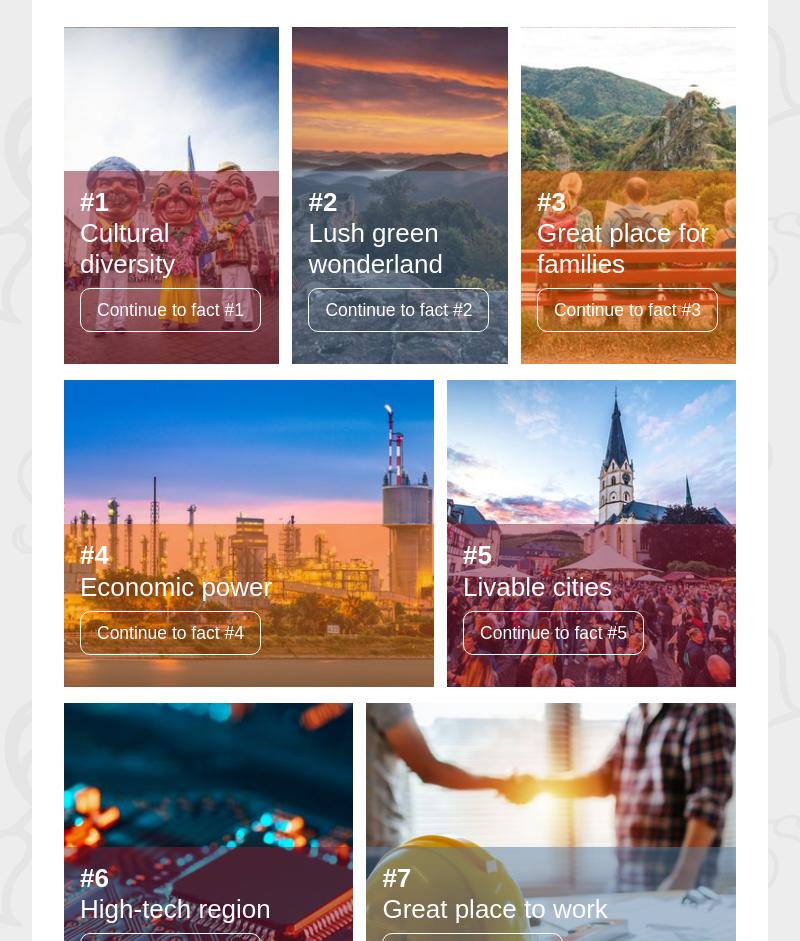 This screenshot has height=941, width=800. What do you see at coordinates (96, 631) in the screenshot?
I see `'Continue to fact #4'` at bounding box center [96, 631].